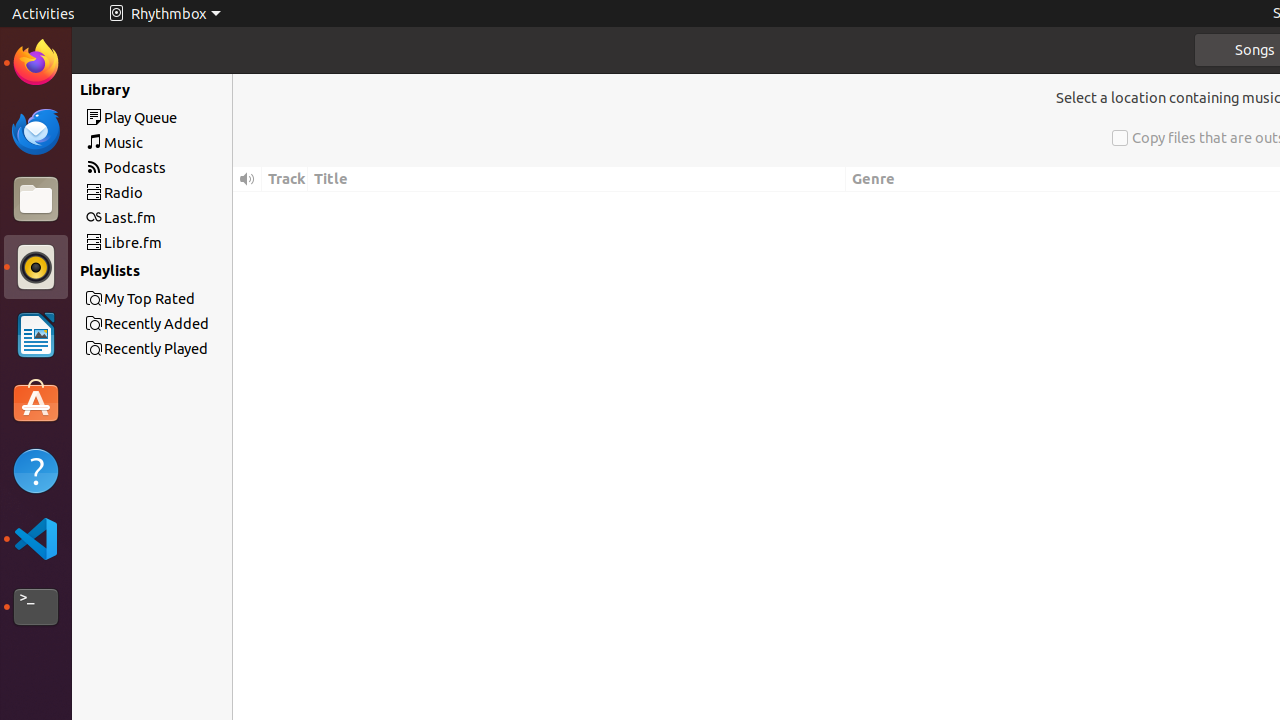  Describe the element at coordinates (188, 166) in the screenshot. I see `'Podcasts'` at that location.